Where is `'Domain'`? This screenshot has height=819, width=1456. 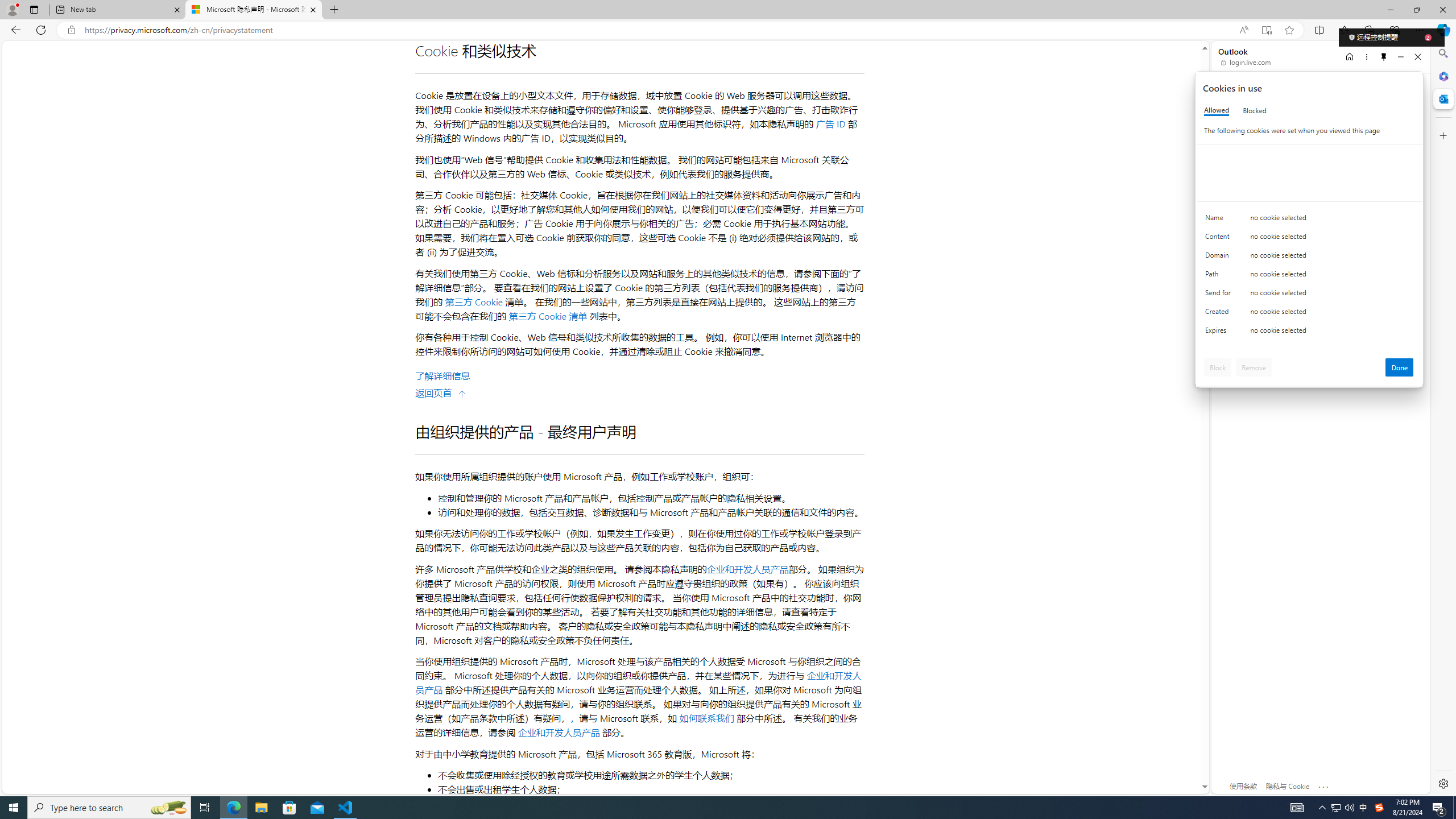
'Domain' is located at coordinates (1219, 257).